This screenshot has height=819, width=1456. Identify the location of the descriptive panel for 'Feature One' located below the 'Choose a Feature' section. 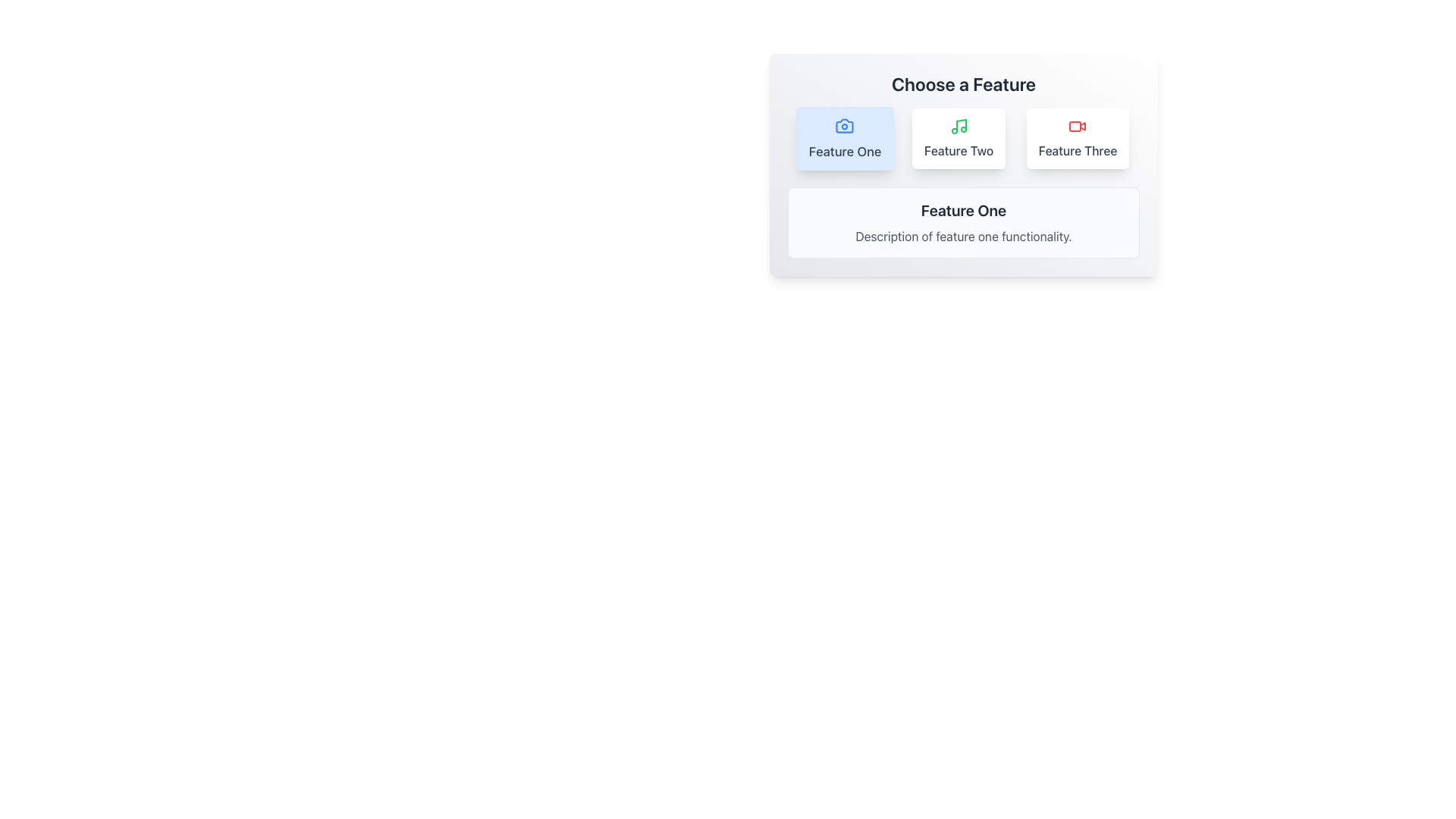
(963, 222).